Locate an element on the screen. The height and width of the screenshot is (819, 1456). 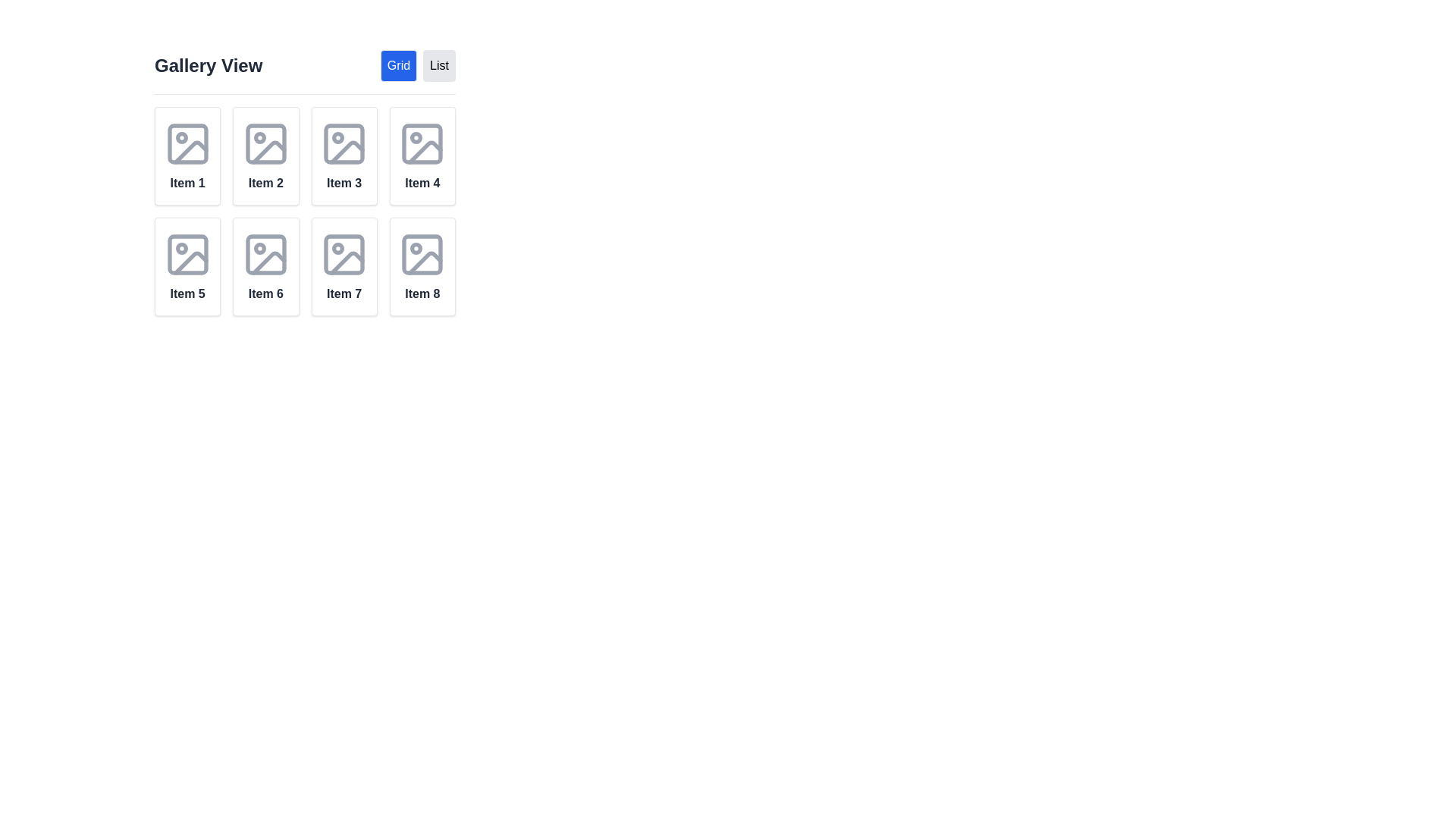
descriptive label of the second item card in the grid layout, which contains an icon and text is located at coordinates (265, 155).